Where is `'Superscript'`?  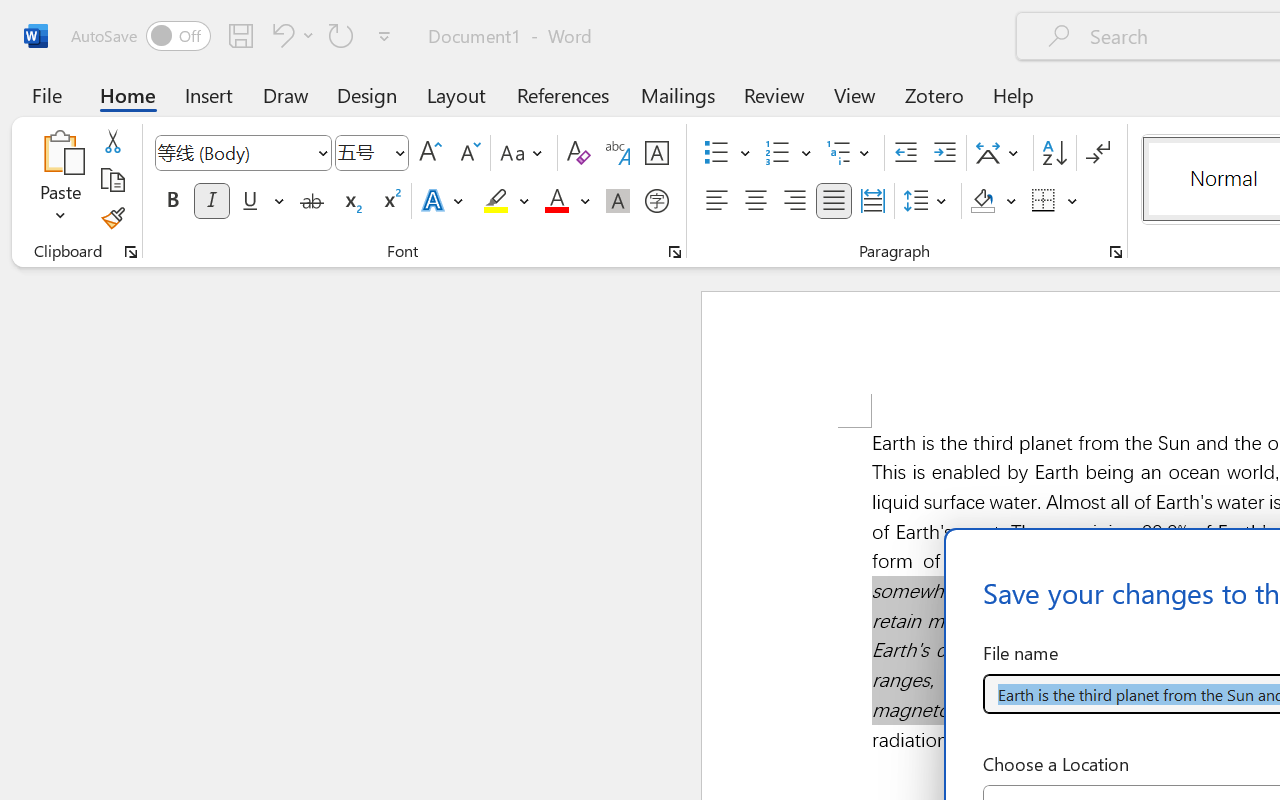 'Superscript' is located at coordinates (390, 201).